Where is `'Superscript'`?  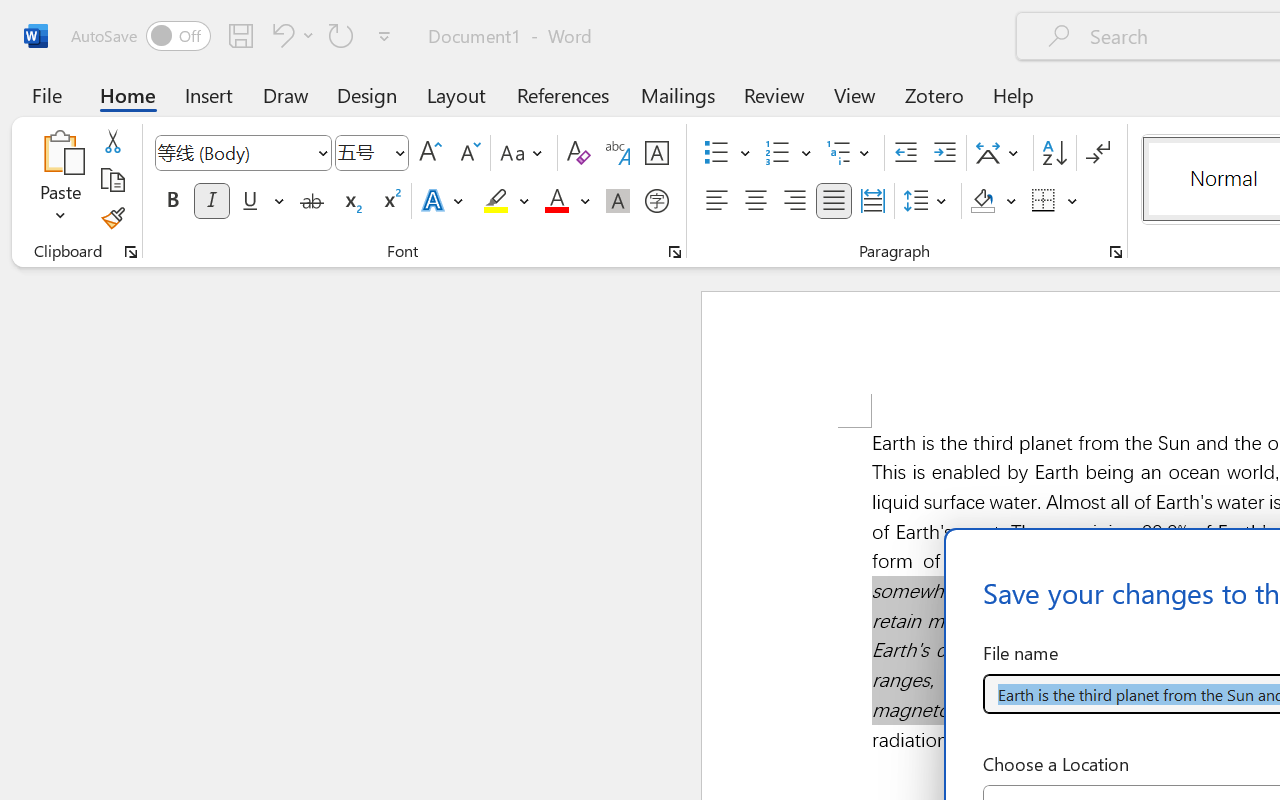 'Superscript' is located at coordinates (390, 201).